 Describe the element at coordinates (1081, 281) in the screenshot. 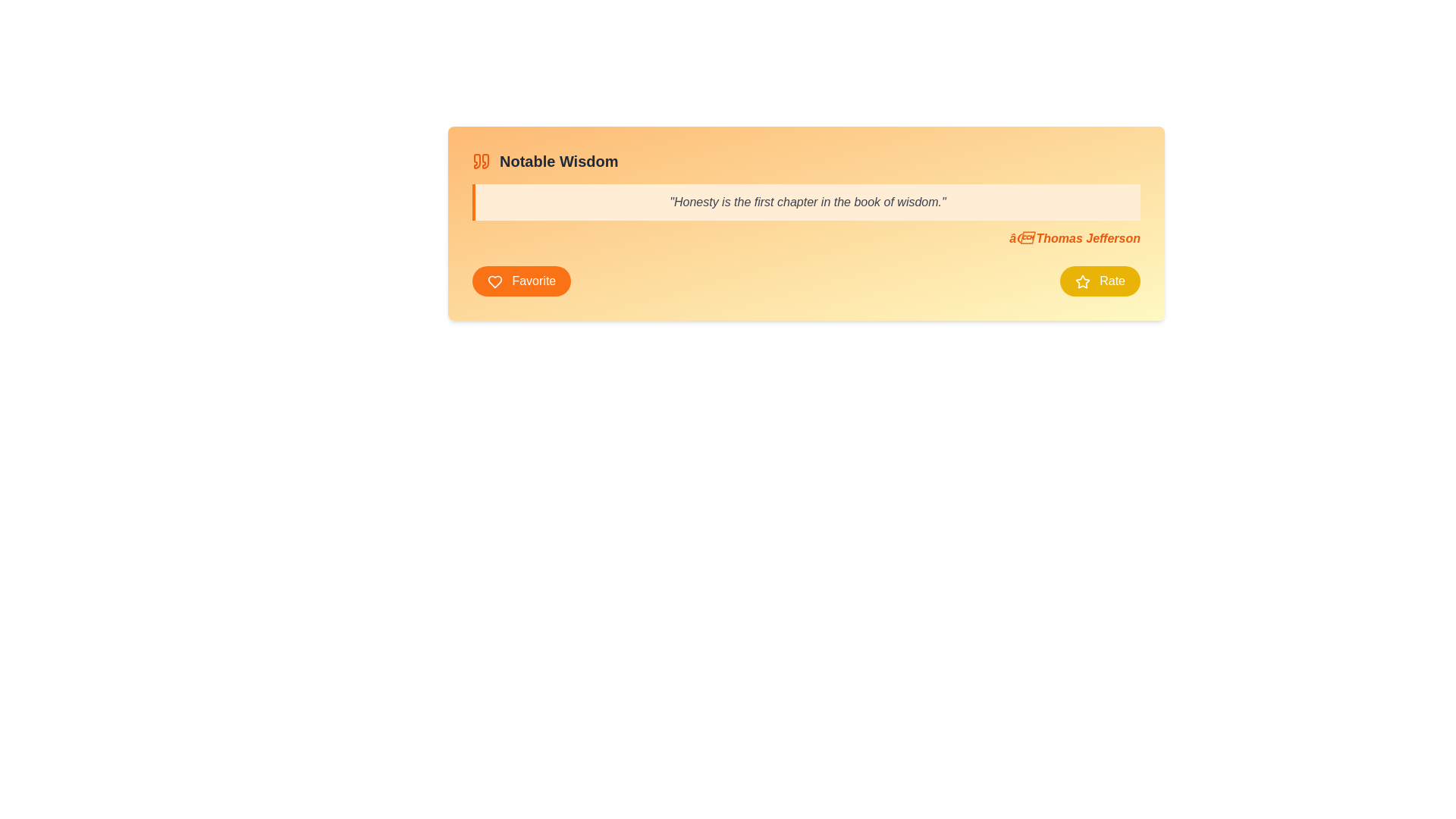

I see `the star icon located to the left of the 'Rate' text within the yellow button at the bottom-right corner of the card` at that location.